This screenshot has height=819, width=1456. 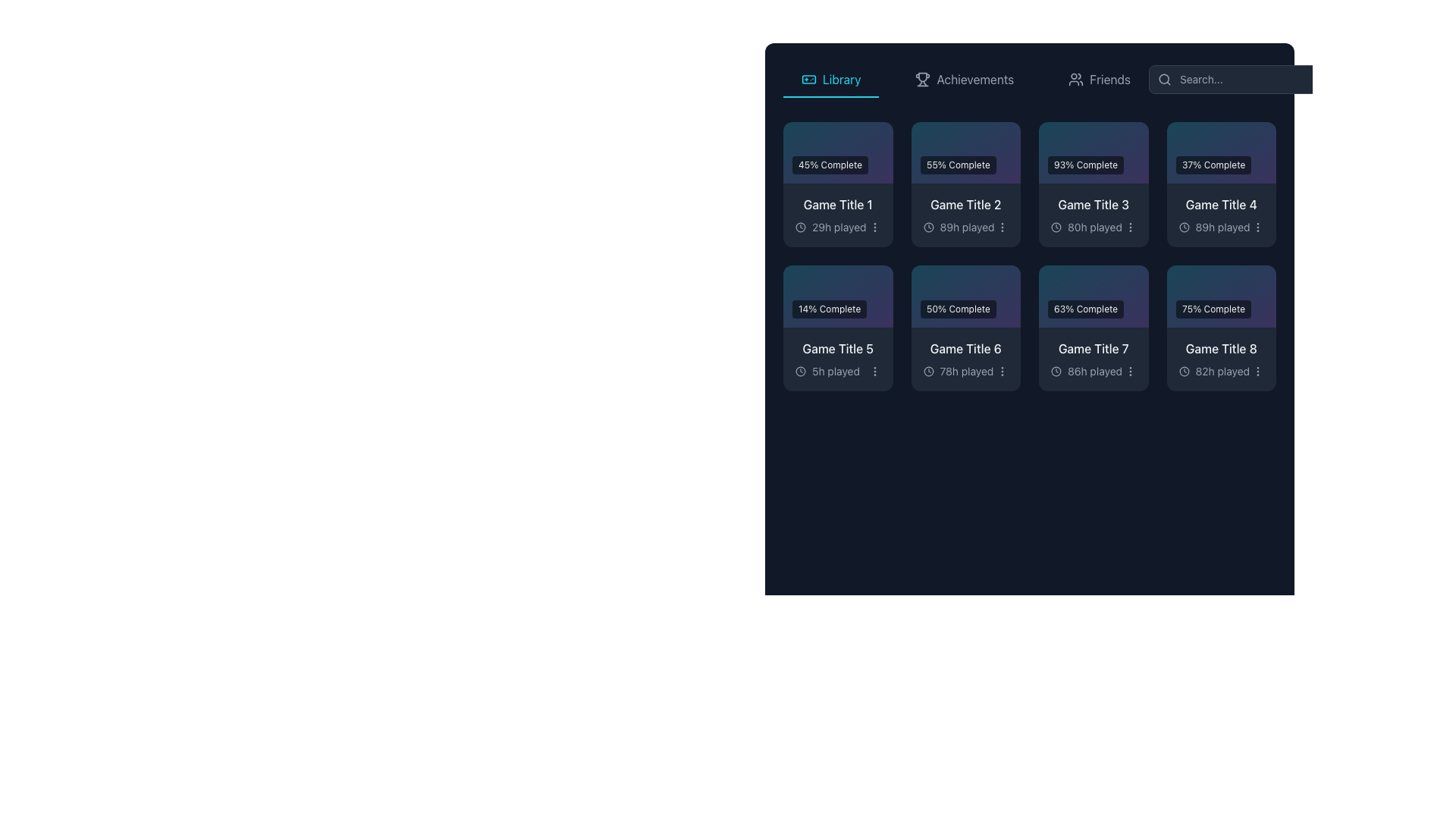 What do you see at coordinates (957, 165) in the screenshot?
I see `the progress indicator text label located at the bottom-left corner of the second card in the first row of the grid layout` at bounding box center [957, 165].